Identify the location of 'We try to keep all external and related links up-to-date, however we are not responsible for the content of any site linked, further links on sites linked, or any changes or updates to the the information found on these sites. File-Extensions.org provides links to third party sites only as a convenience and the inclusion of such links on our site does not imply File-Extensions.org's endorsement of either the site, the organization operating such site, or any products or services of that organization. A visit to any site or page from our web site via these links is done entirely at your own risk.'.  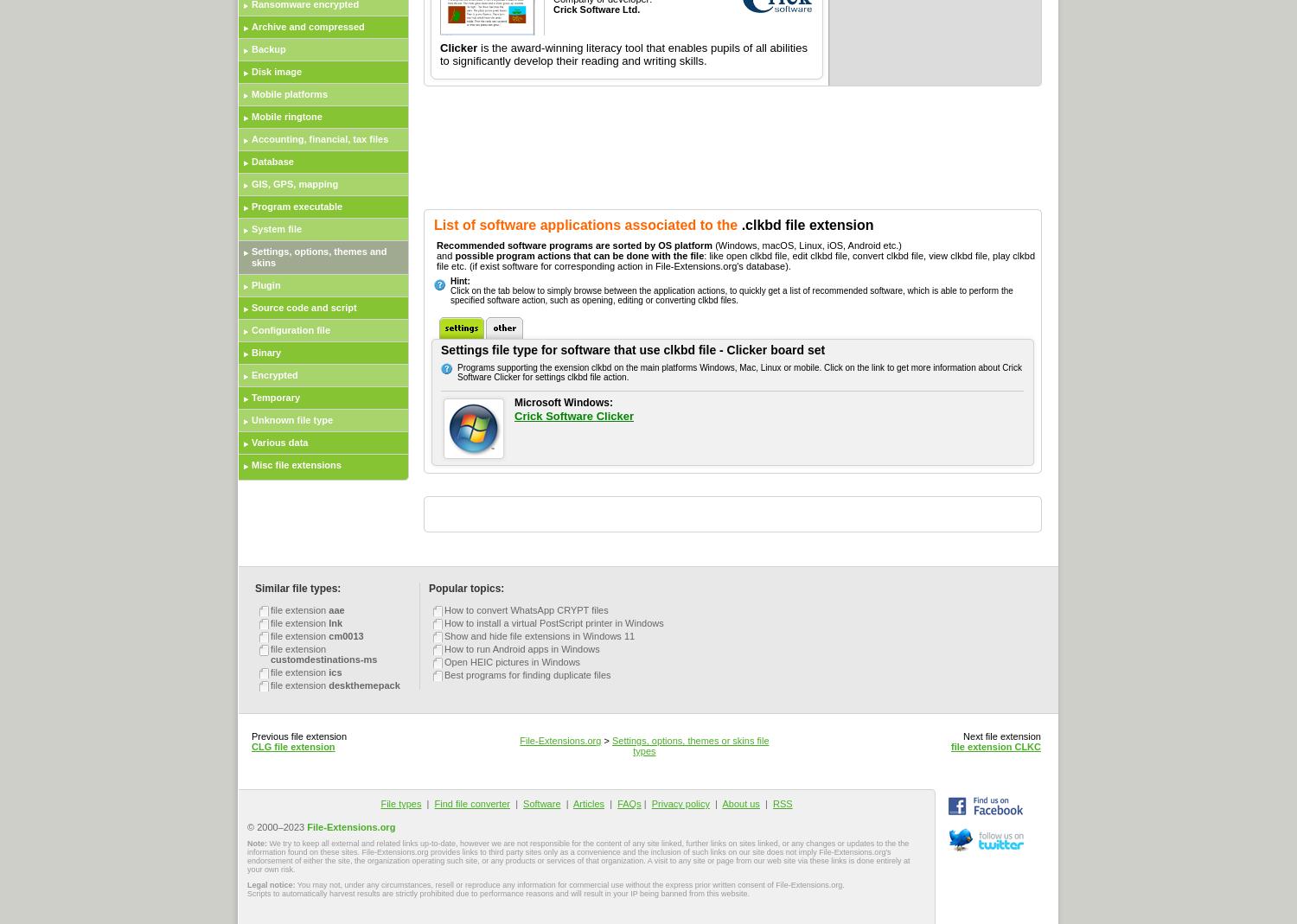
(247, 856).